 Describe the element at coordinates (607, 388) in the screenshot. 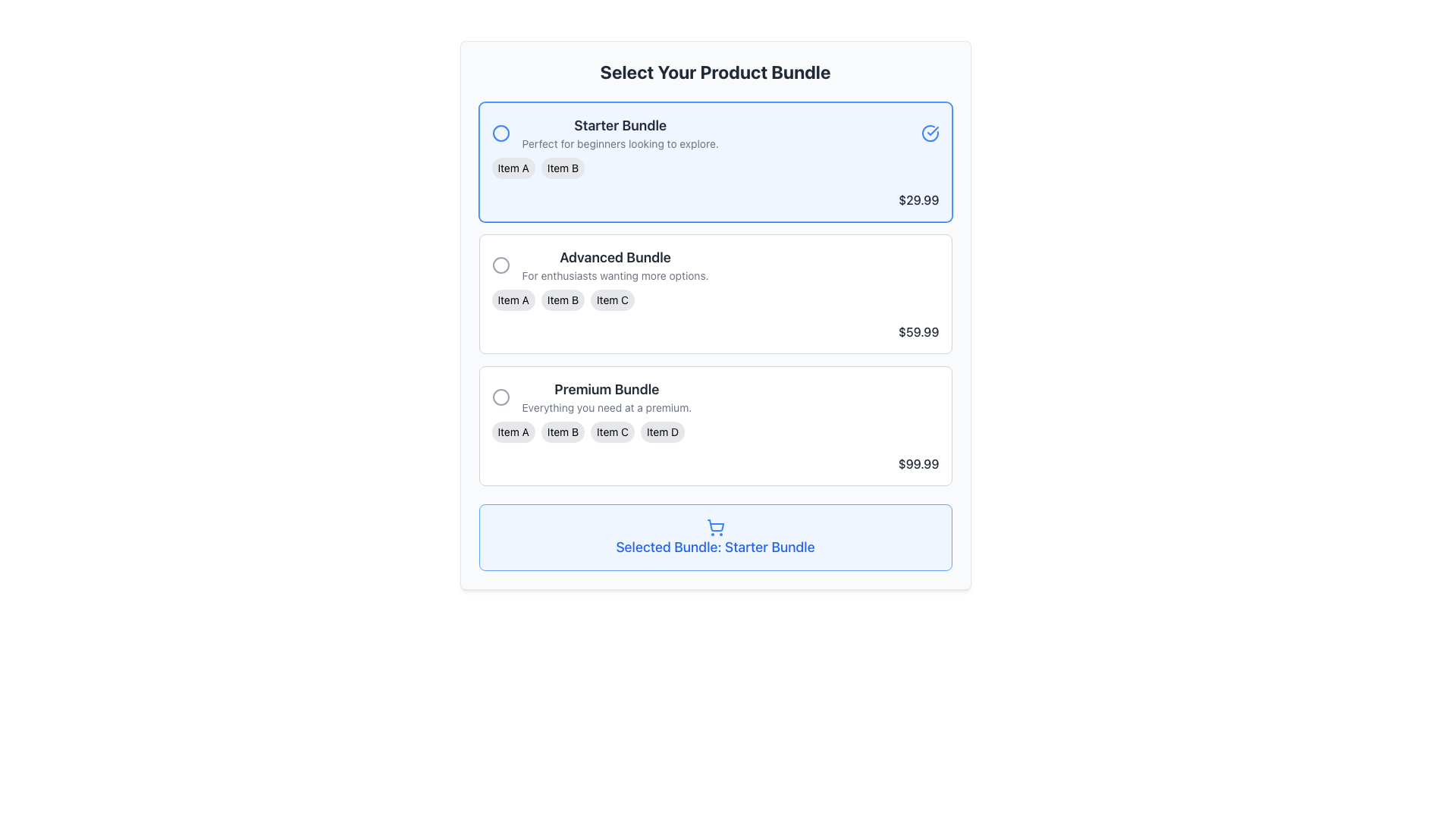

I see `the 'Premium Bundle' text label, which is prominently displayed in a larger and bold font style near the top of the box, providing clear visibility against a light background` at that location.